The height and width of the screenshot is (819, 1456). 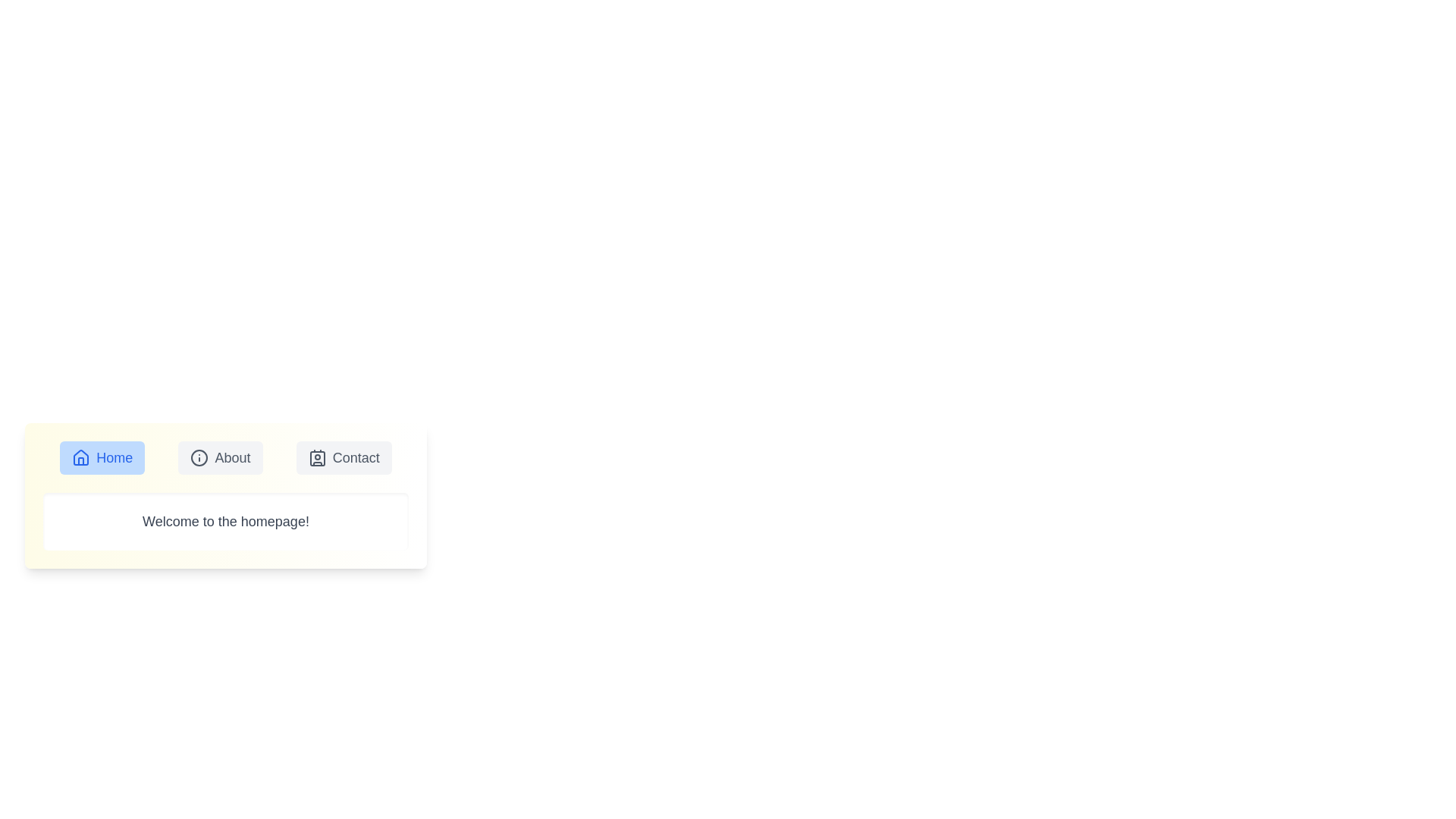 What do you see at coordinates (342, 457) in the screenshot?
I see `the Contact tab to examine its content` at bounding box center [342, 457].